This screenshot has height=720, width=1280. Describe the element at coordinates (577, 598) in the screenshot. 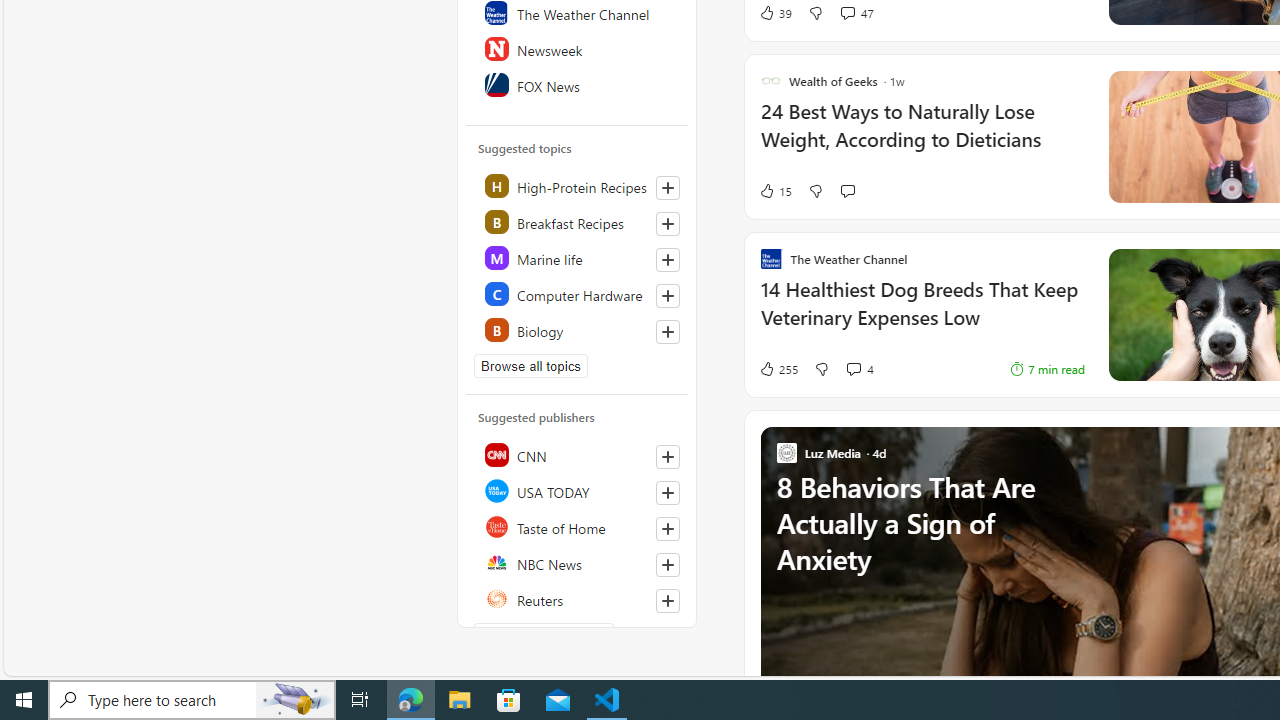

I see `'Reuters'` at that location.